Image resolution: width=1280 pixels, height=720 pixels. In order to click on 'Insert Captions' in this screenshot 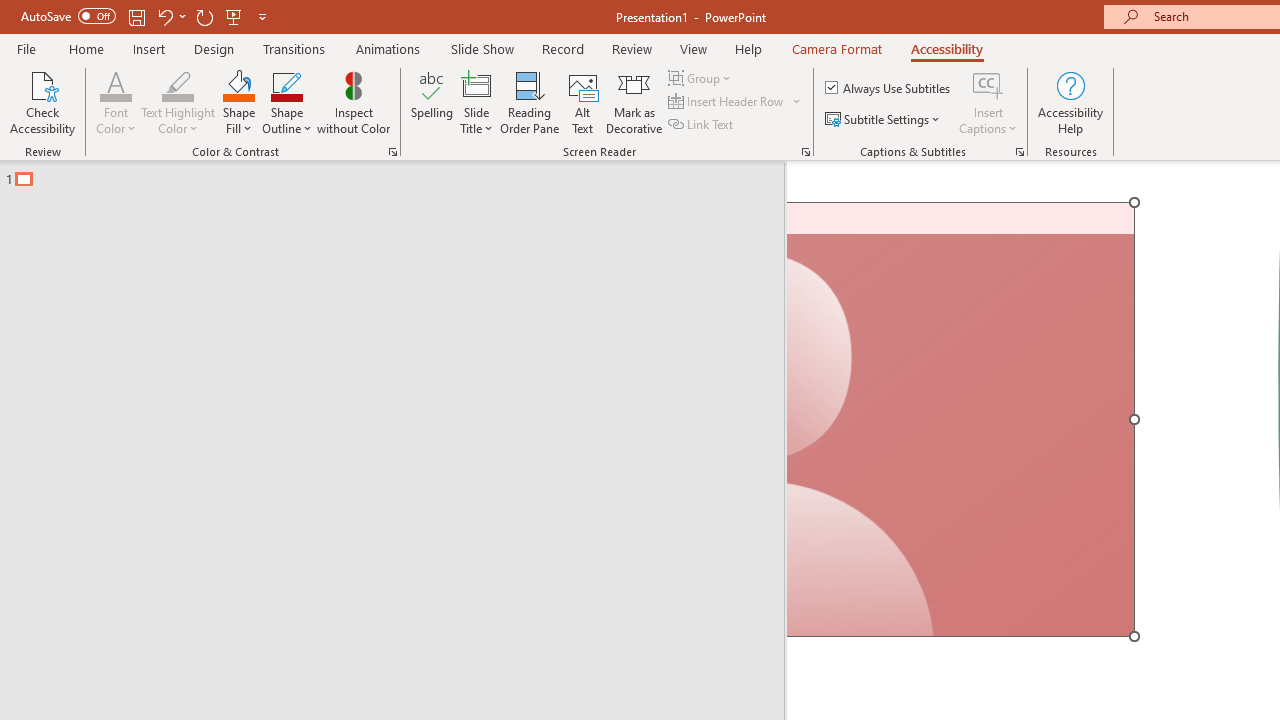, I will do `click(988, 84)`.